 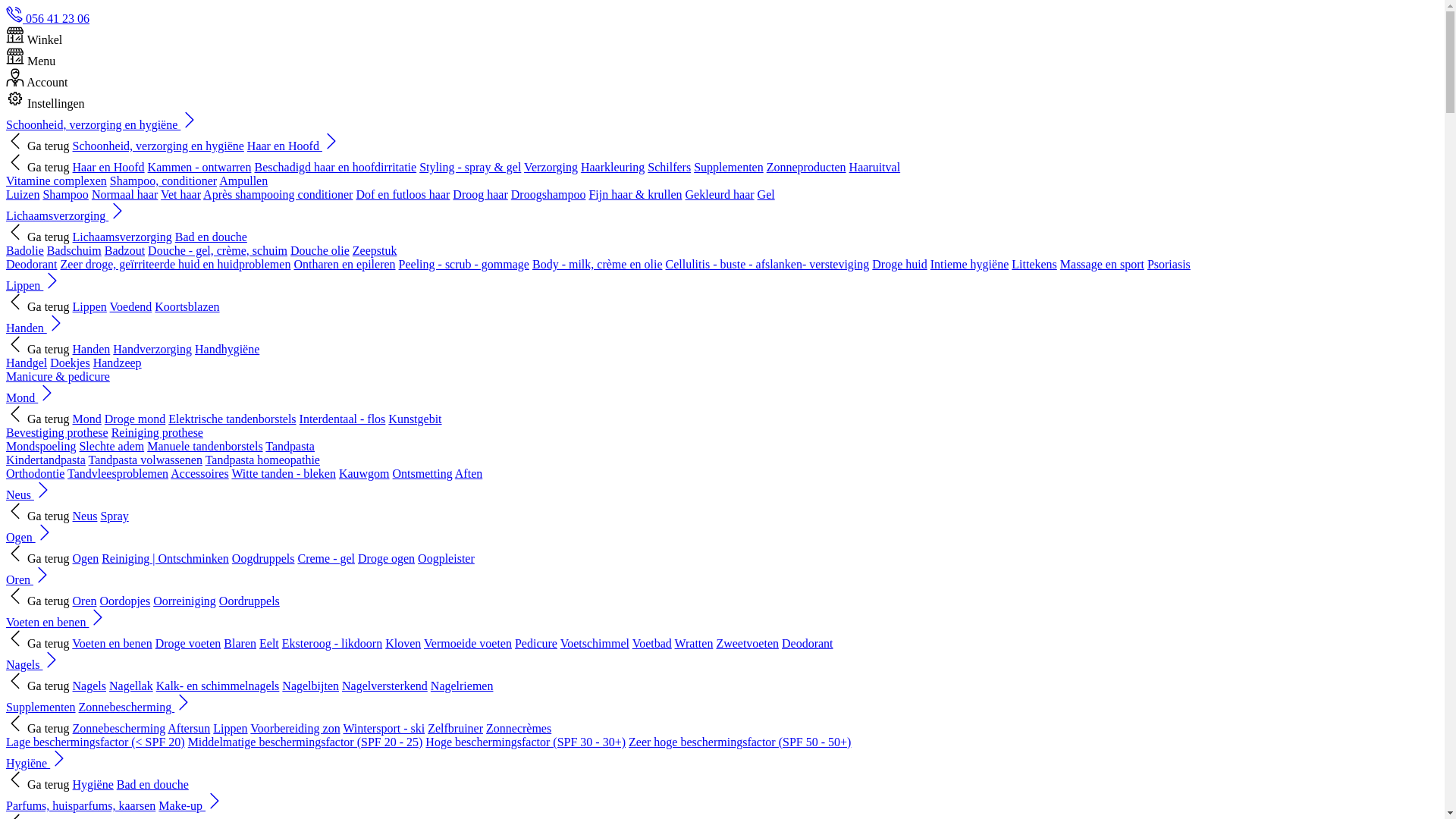 I want to click on 'Haar en Hoofd', so click(x=293, y=146).